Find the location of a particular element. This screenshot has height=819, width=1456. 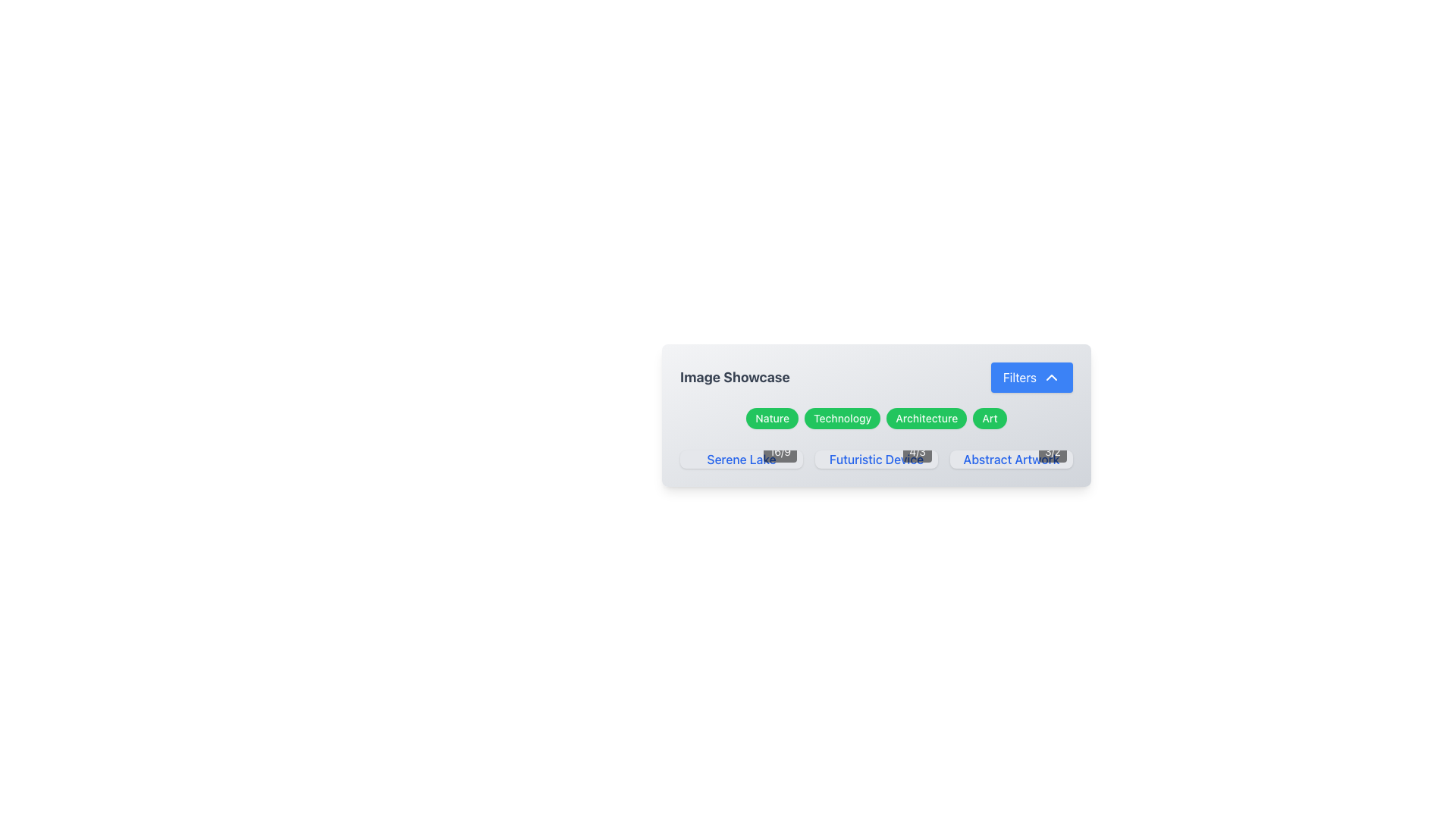

the text label displaying 'Futuristic Device' is located at coordinates (877, 458).